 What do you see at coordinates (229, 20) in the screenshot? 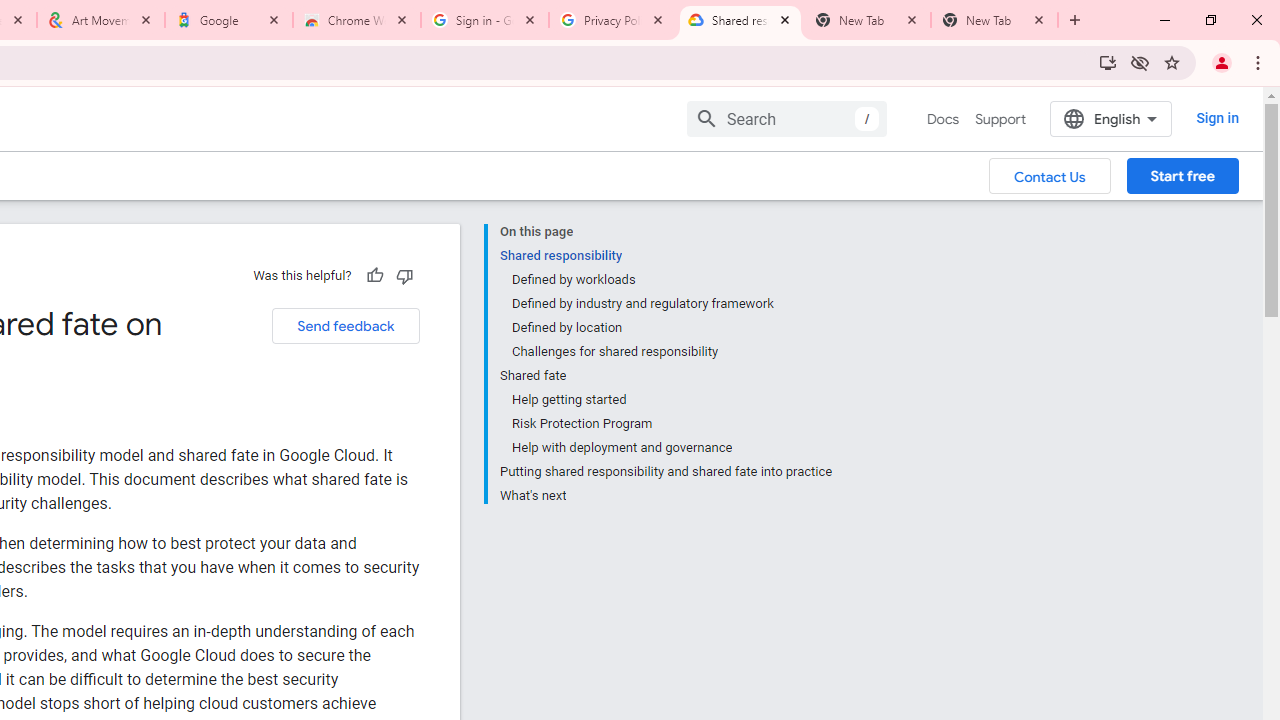
I see `'Google'` at bounding box center [229, 20].